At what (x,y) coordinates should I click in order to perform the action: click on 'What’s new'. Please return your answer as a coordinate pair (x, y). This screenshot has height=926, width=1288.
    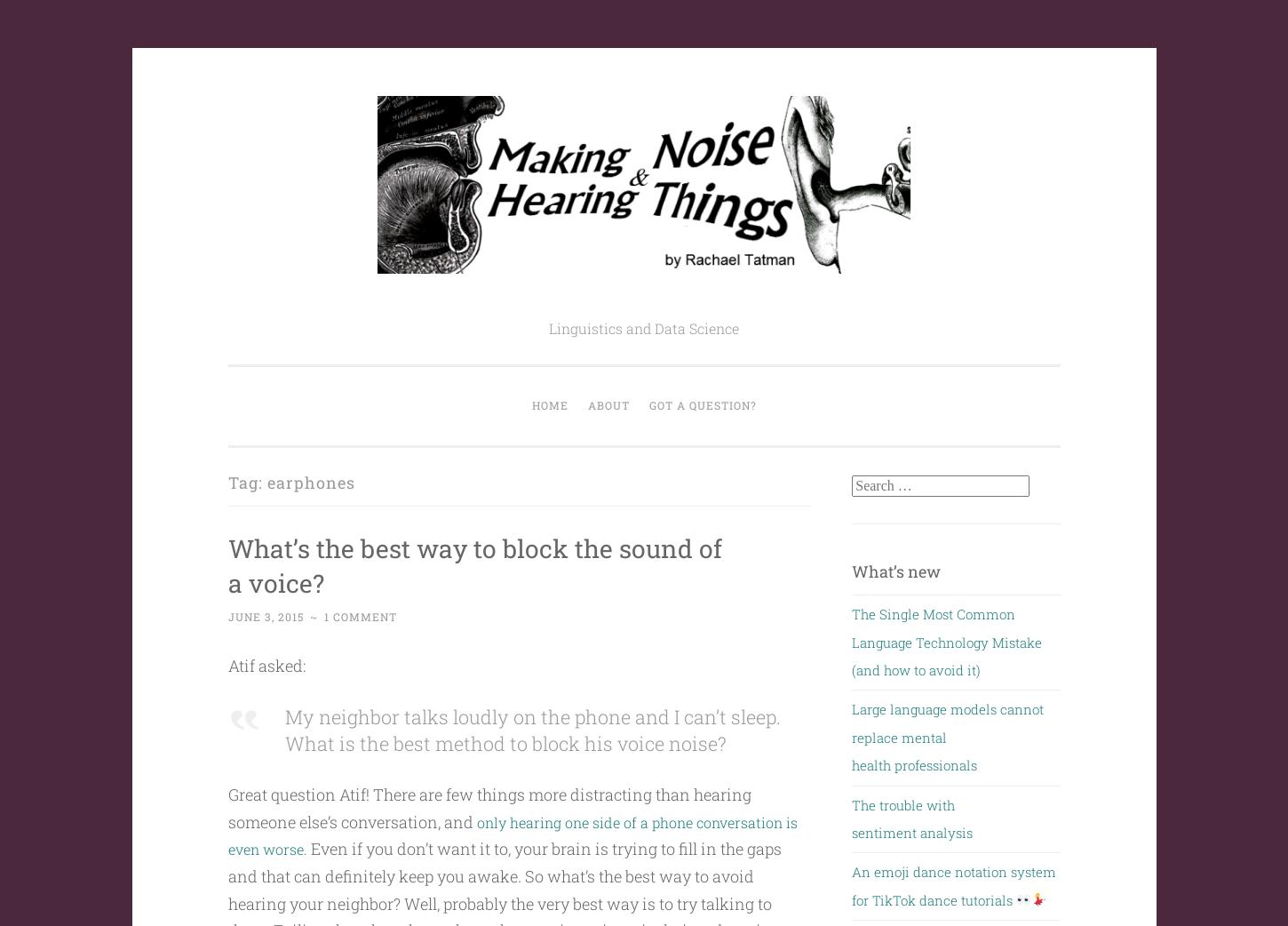
    Looking at the image, I should click on (851, 570).